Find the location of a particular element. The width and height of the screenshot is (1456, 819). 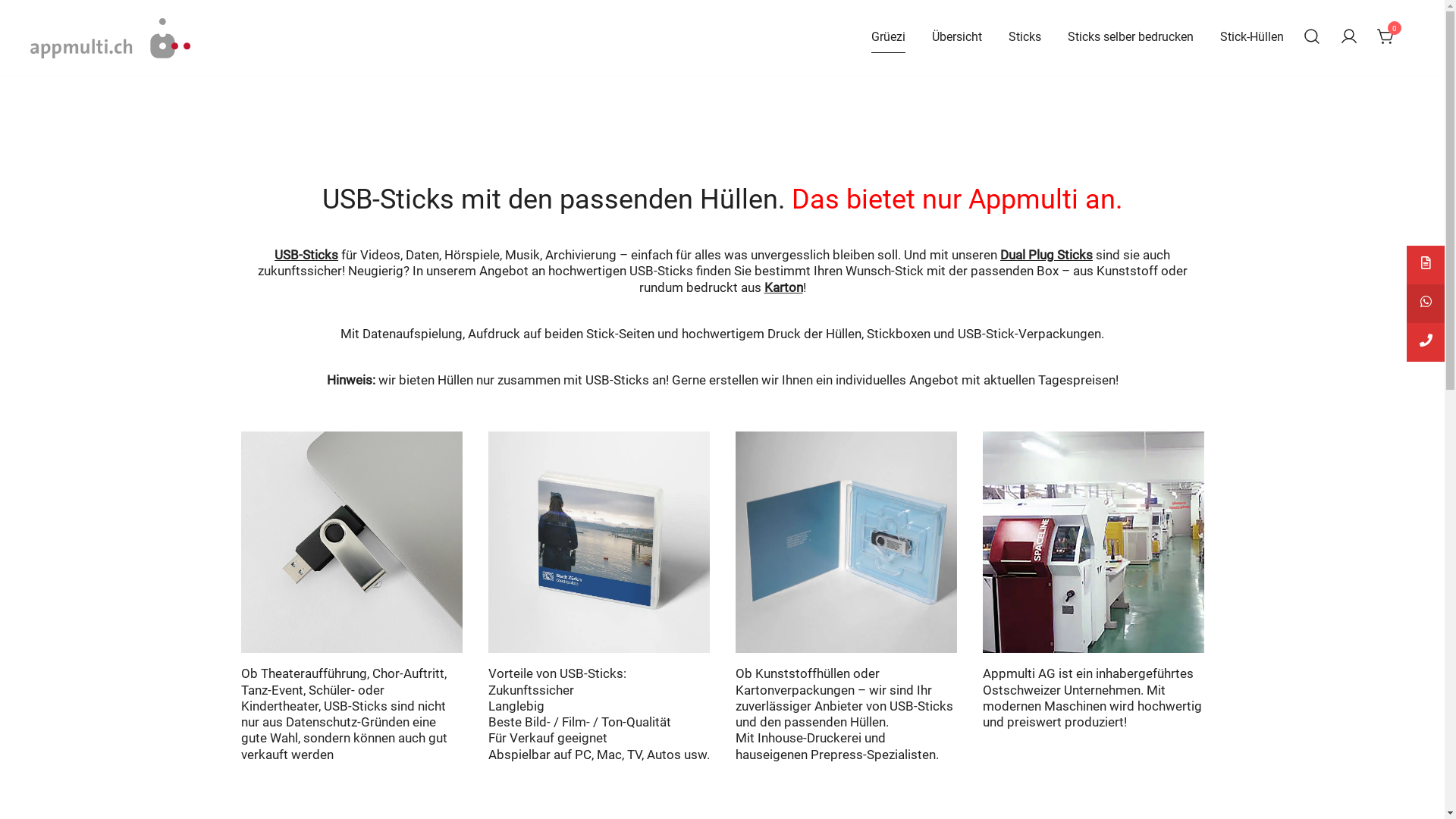

'Karton' is located at coordinates (783, 287).